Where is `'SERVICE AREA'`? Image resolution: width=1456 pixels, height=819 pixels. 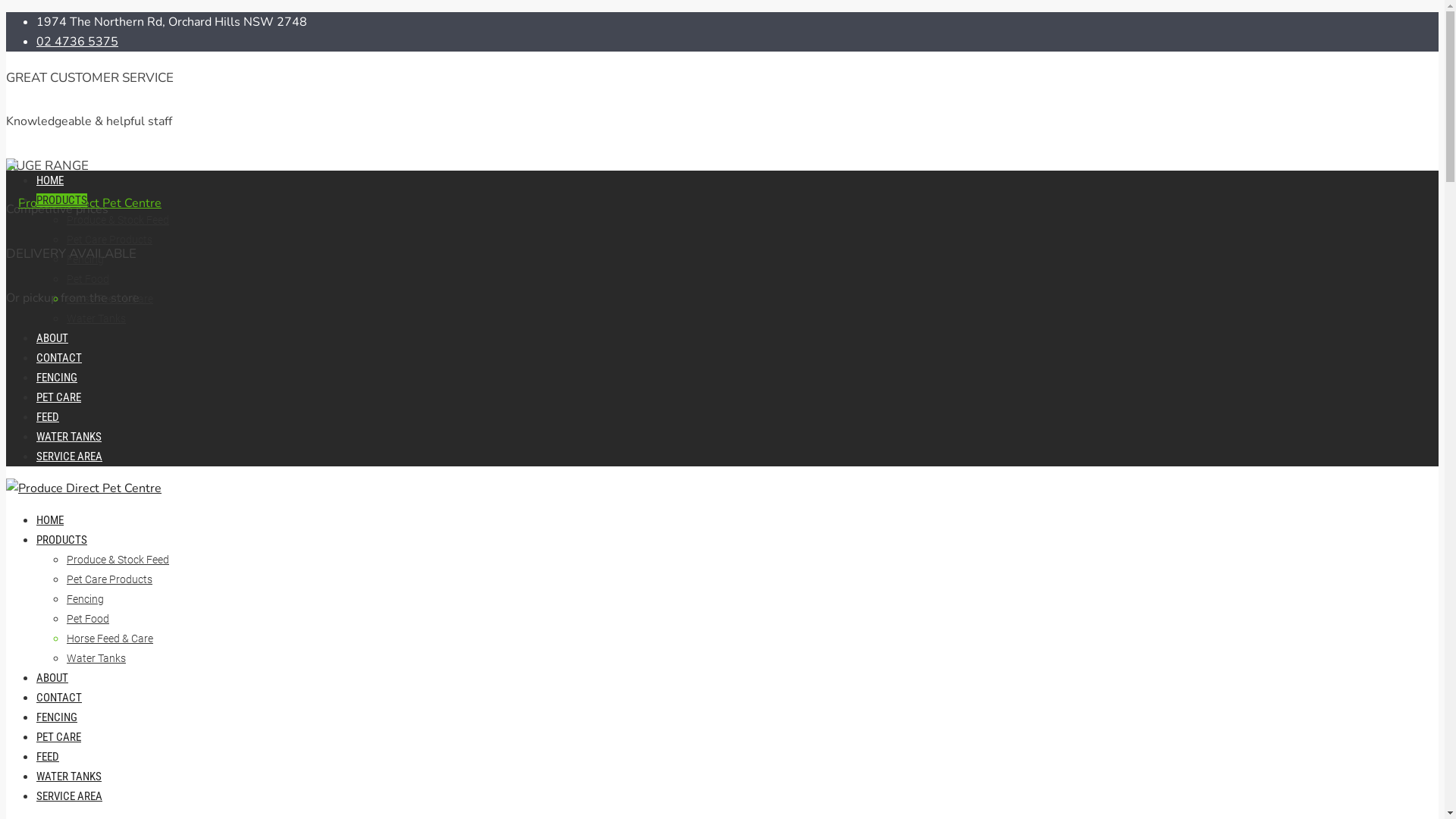
'SERVICE AREA' is located at coordinates (68, 795).